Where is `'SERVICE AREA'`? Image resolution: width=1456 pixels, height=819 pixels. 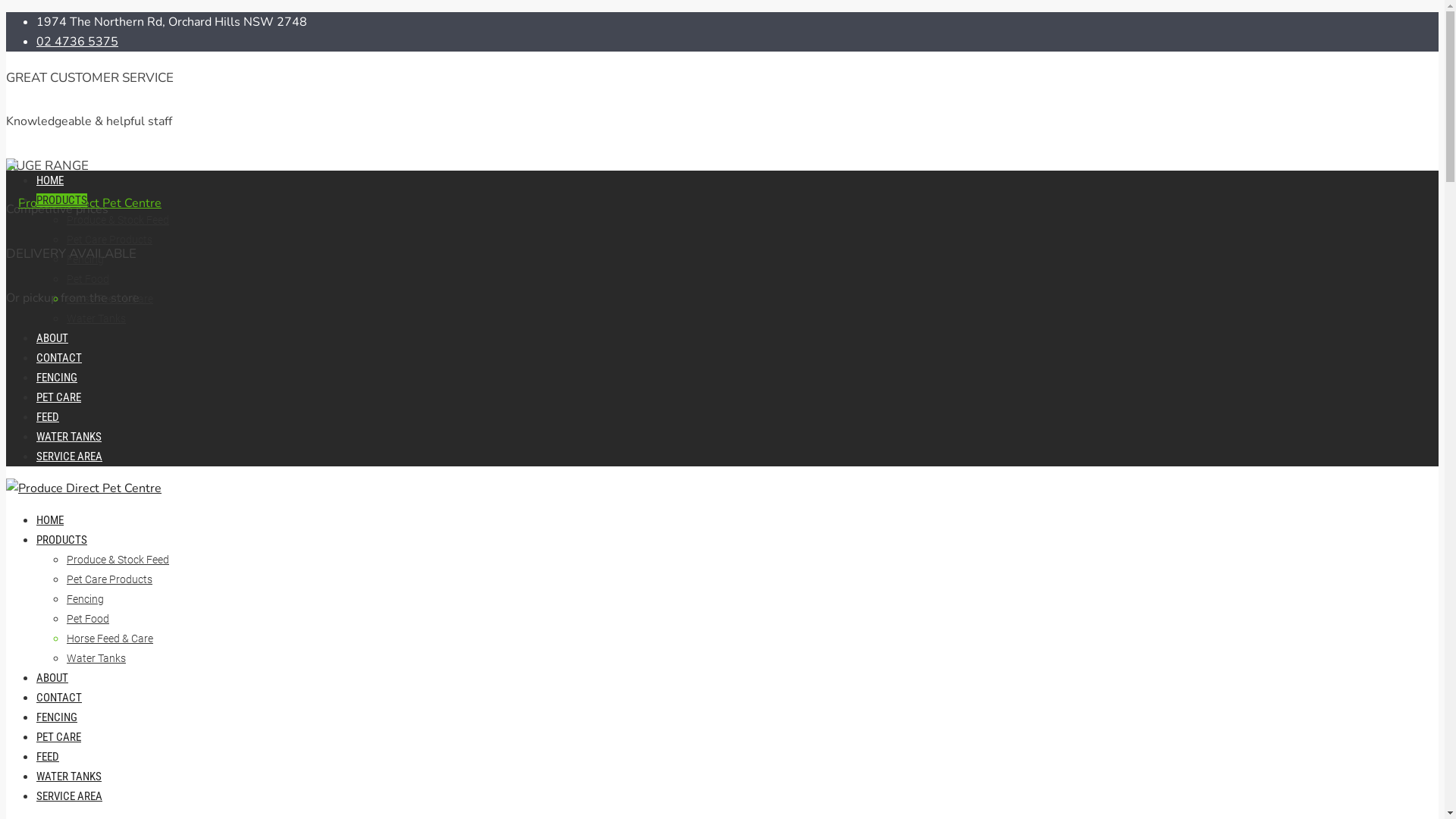
'SERVICE AREA' is located at coordinates (68, 795).